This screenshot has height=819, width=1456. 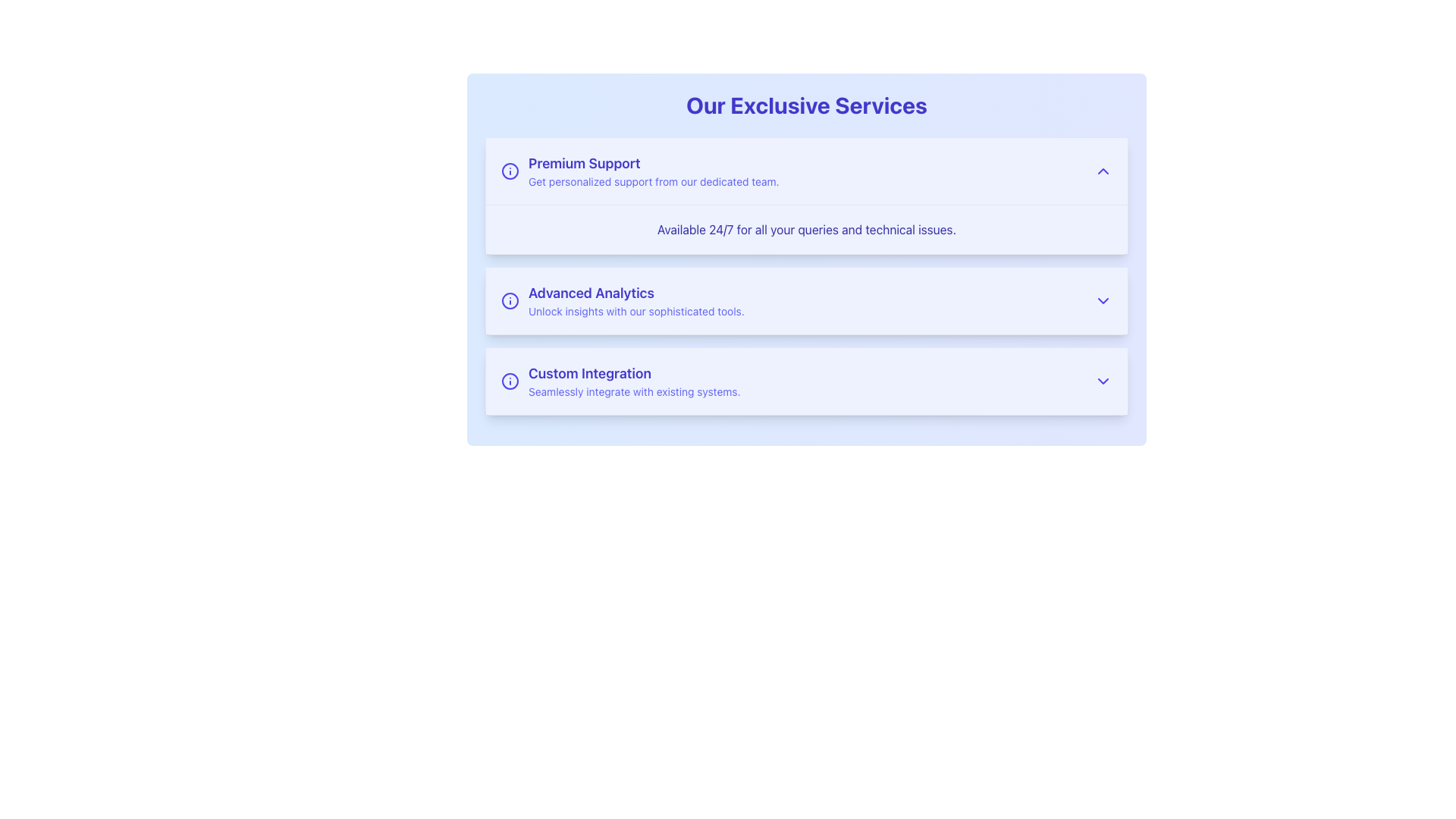 What do you see at coordinates (636, 311) in the screenshot?
I see `the text snippet displaying 'Unlock insights with our sophisticated tools.' which is located below the heading 'Advanced Analytics'` at bounding box center [636, 311].